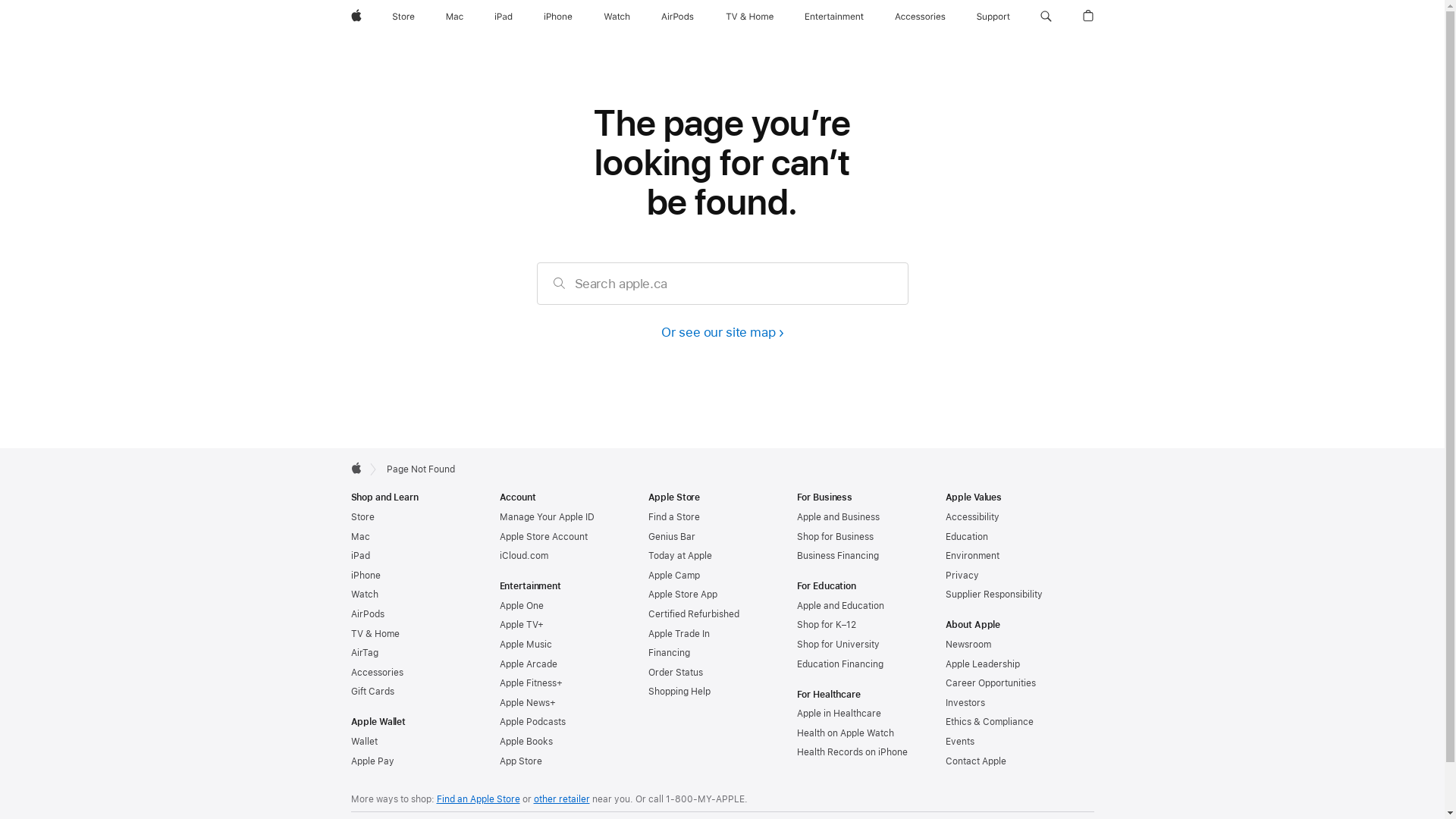 This screenshot has height=819, width=1456. What do you see at coordinates (617, 17) in the screenshot?
I see `'Watch'` at bounding box center [617, 17].